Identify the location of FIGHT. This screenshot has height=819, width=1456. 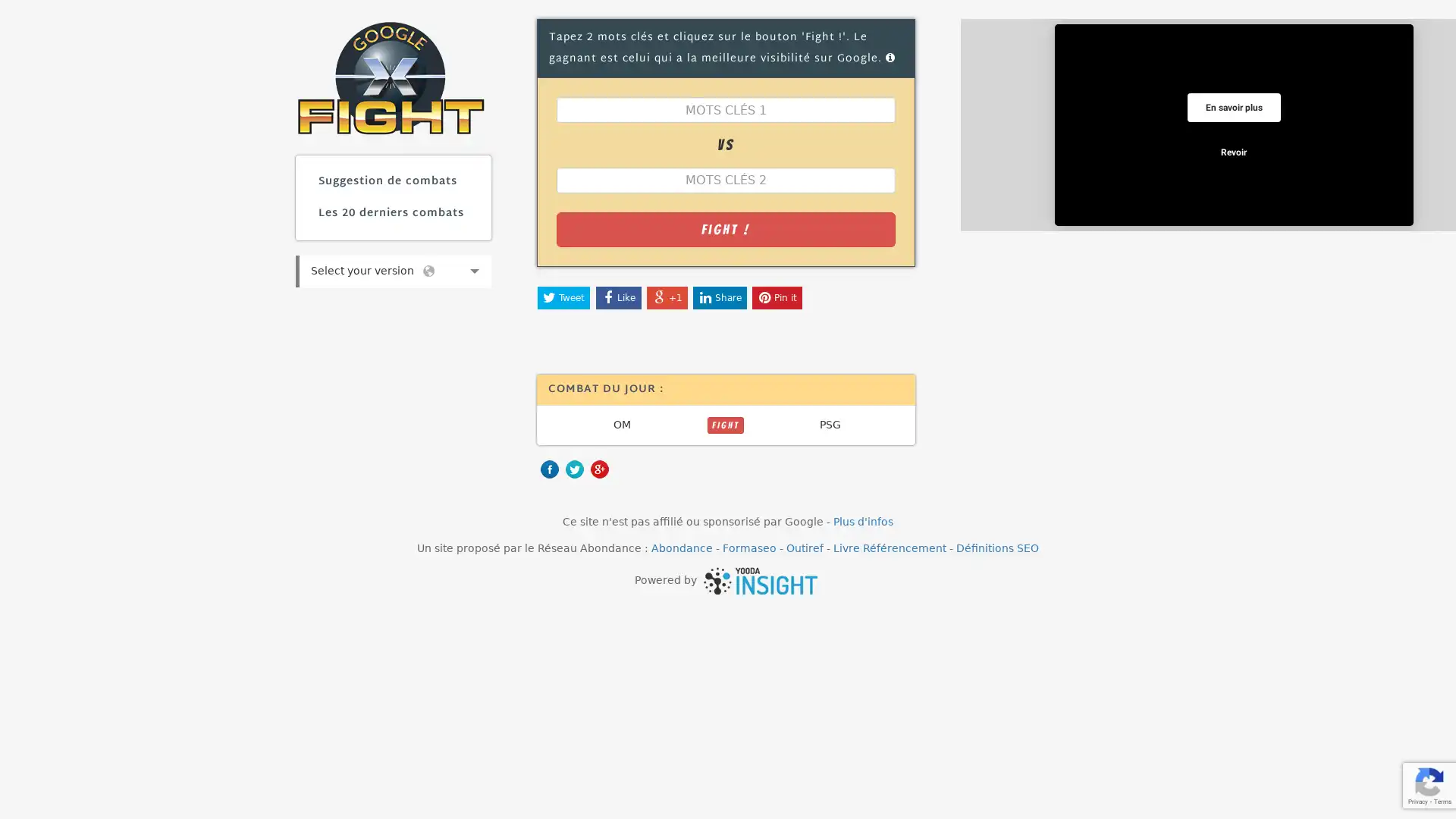
(724, 424).